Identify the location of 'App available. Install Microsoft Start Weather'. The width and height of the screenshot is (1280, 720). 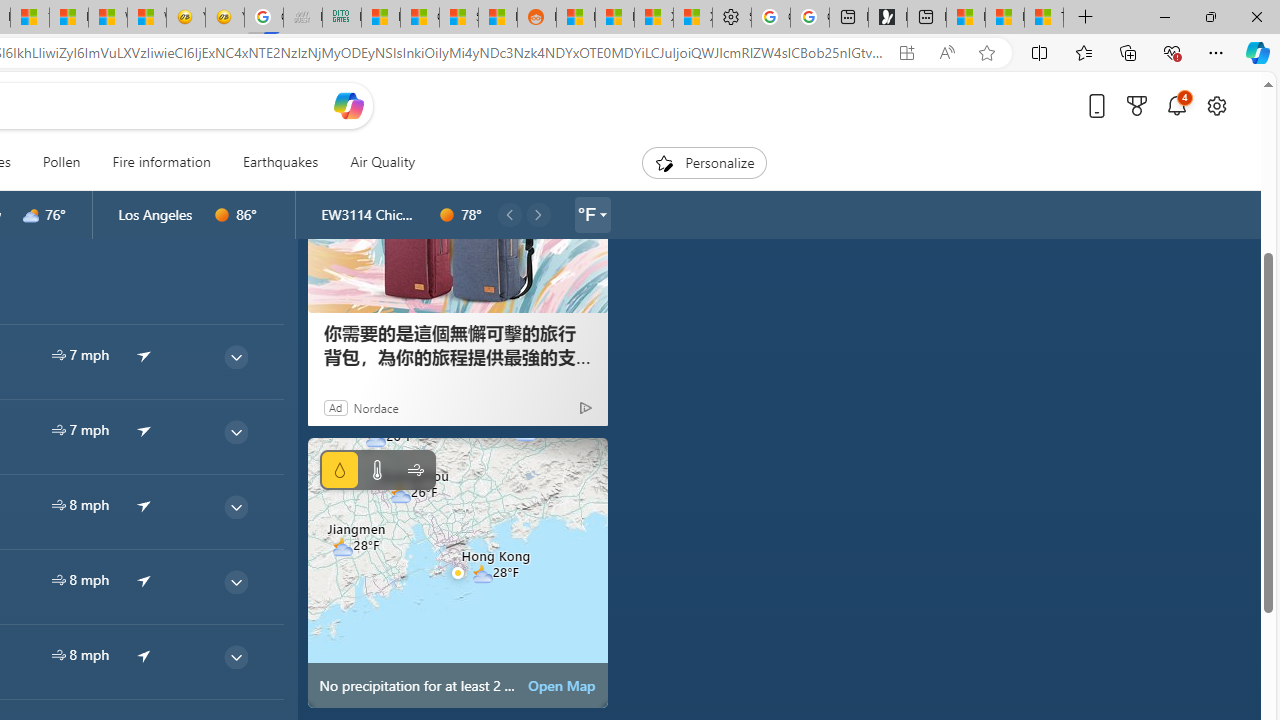
(905, 52).